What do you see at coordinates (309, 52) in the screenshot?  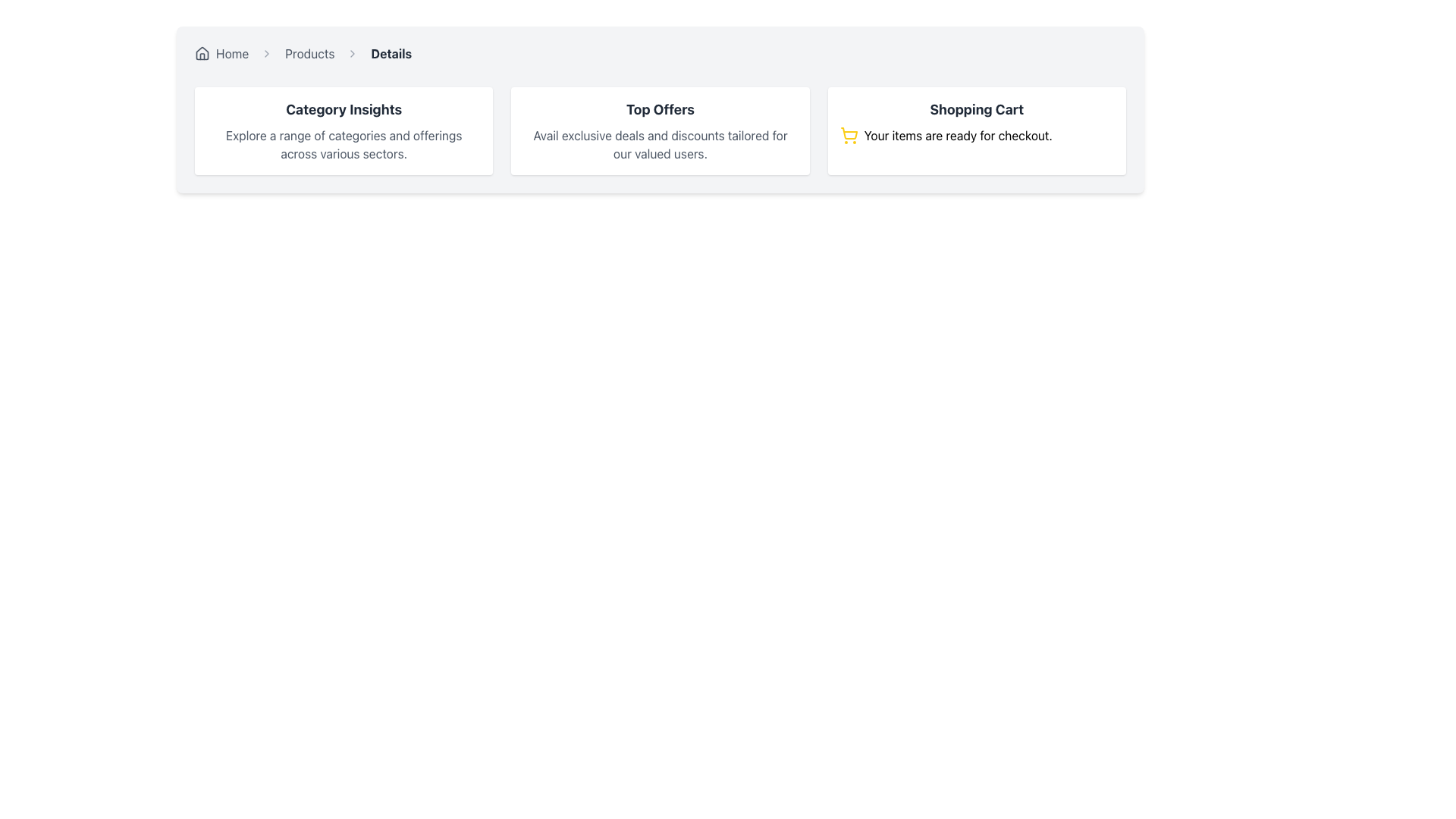 I see `the Interactive Text Link in the navigation bar to change its text color` at bounding box center [309, 52].